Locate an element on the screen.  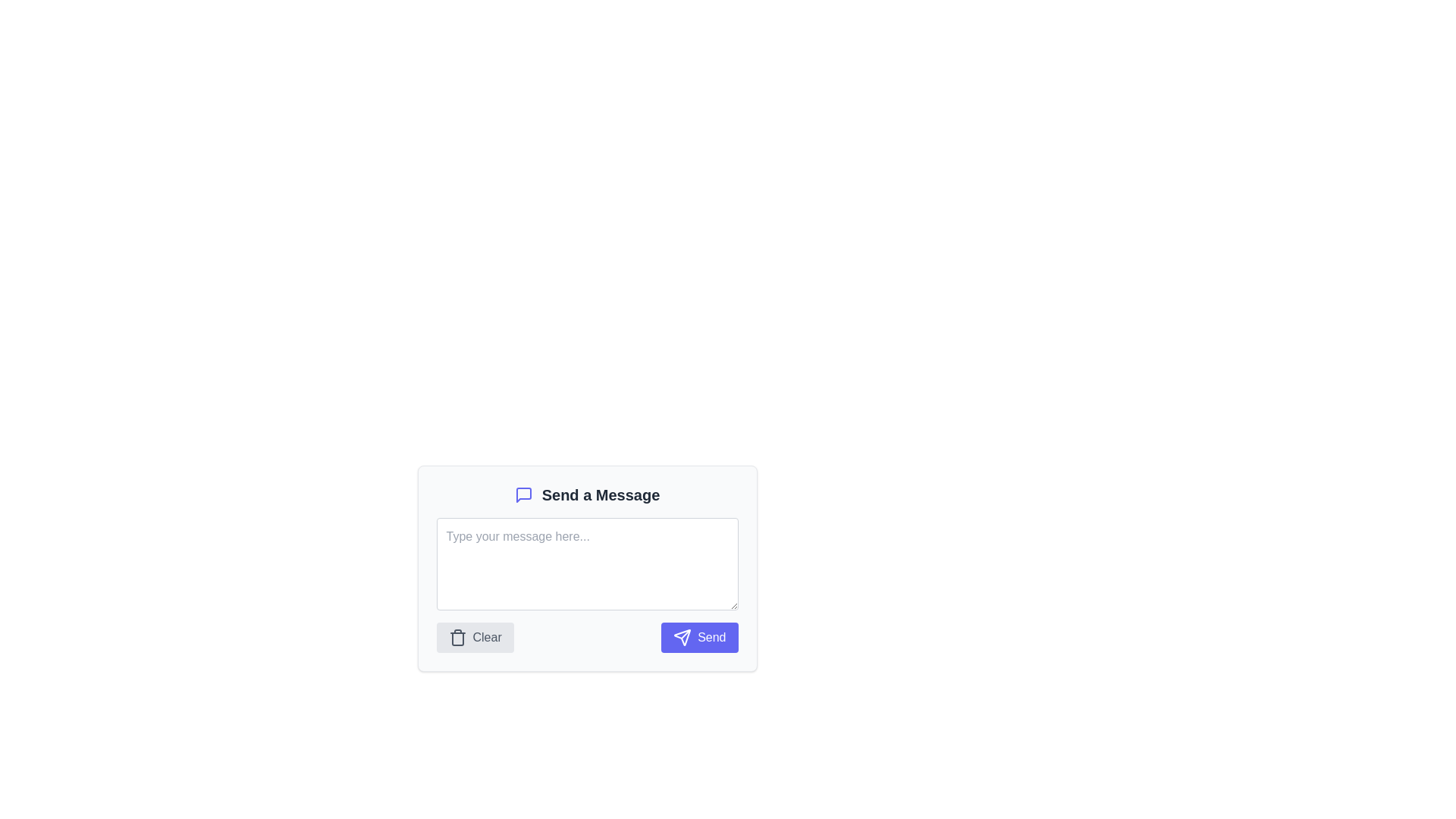
the stylized paper airplane icon within the 'Send' button located in the bottom-right corner of the chat input area is located at coordinates (682, 637).